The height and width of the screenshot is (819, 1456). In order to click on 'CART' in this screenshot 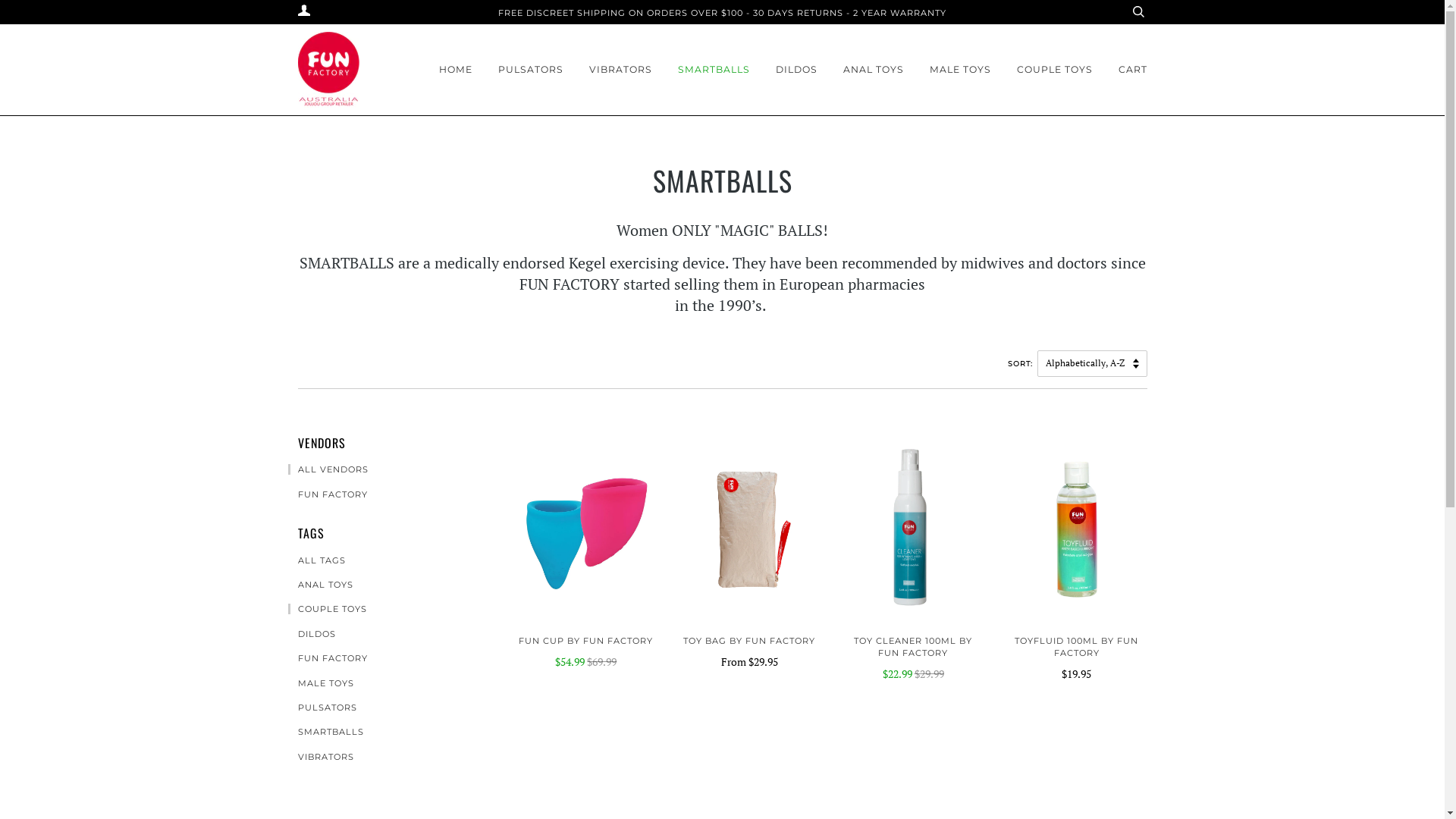, I will do `click(1131, 70)`.